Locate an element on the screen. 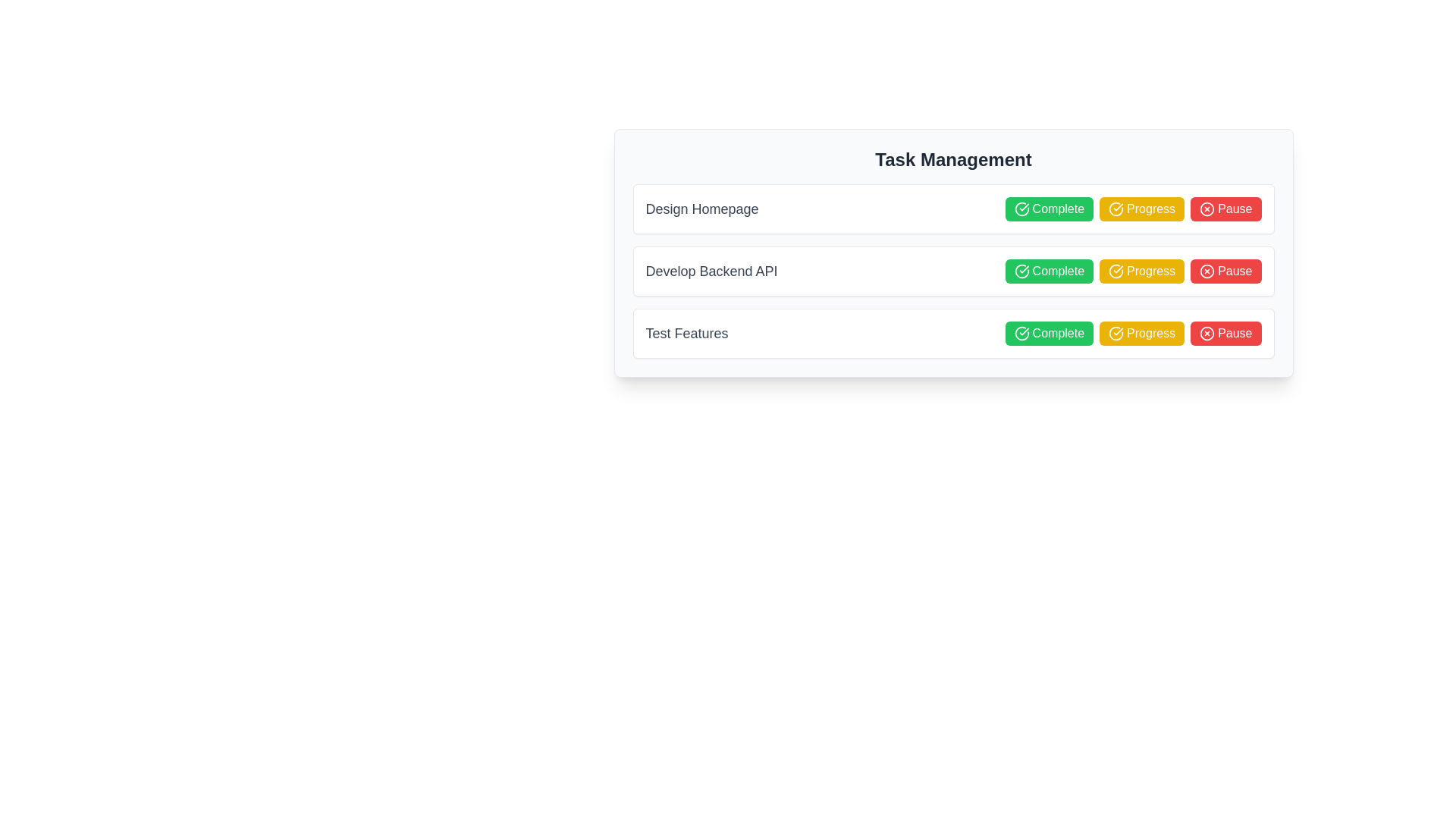 The width and height of the screenshot is (1456, 819). the 'X' icon with a red background inside the 'Pause' button in the third row of the task management table is located at coordinates (1207, 332).